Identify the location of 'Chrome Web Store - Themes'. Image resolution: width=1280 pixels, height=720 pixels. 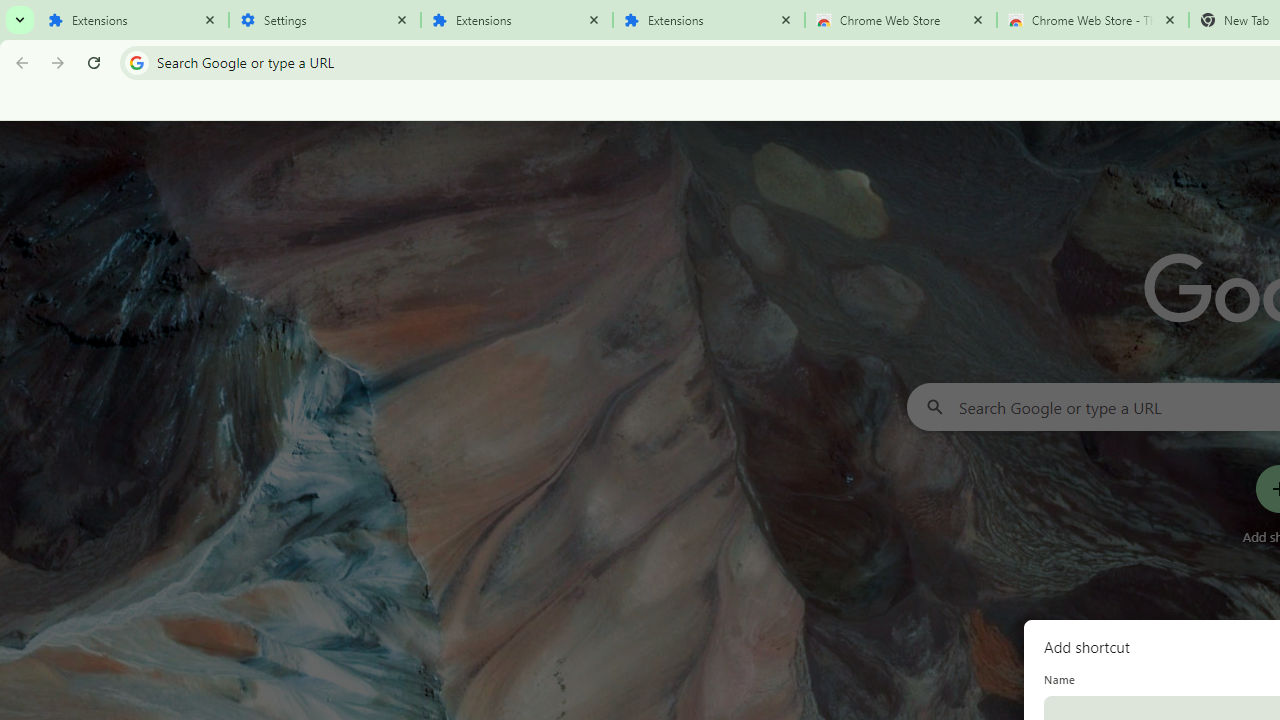
(1092, 20).